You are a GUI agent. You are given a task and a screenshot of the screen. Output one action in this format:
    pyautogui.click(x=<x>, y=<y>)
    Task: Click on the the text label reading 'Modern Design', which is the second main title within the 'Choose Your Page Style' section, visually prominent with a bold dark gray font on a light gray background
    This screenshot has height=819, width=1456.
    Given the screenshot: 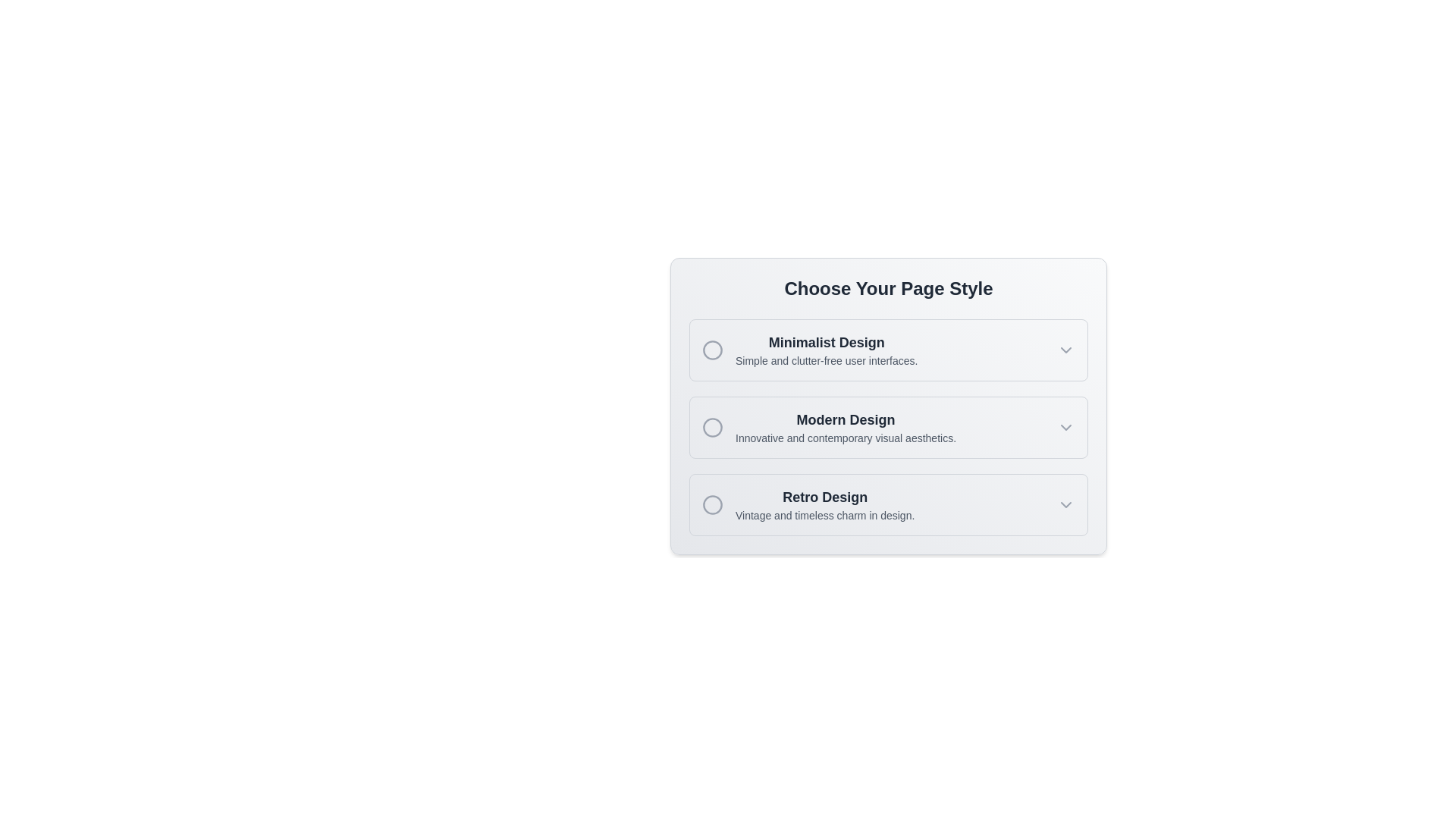 What is the action you would take?
    pyautogui.click(x=845, y=420)
    